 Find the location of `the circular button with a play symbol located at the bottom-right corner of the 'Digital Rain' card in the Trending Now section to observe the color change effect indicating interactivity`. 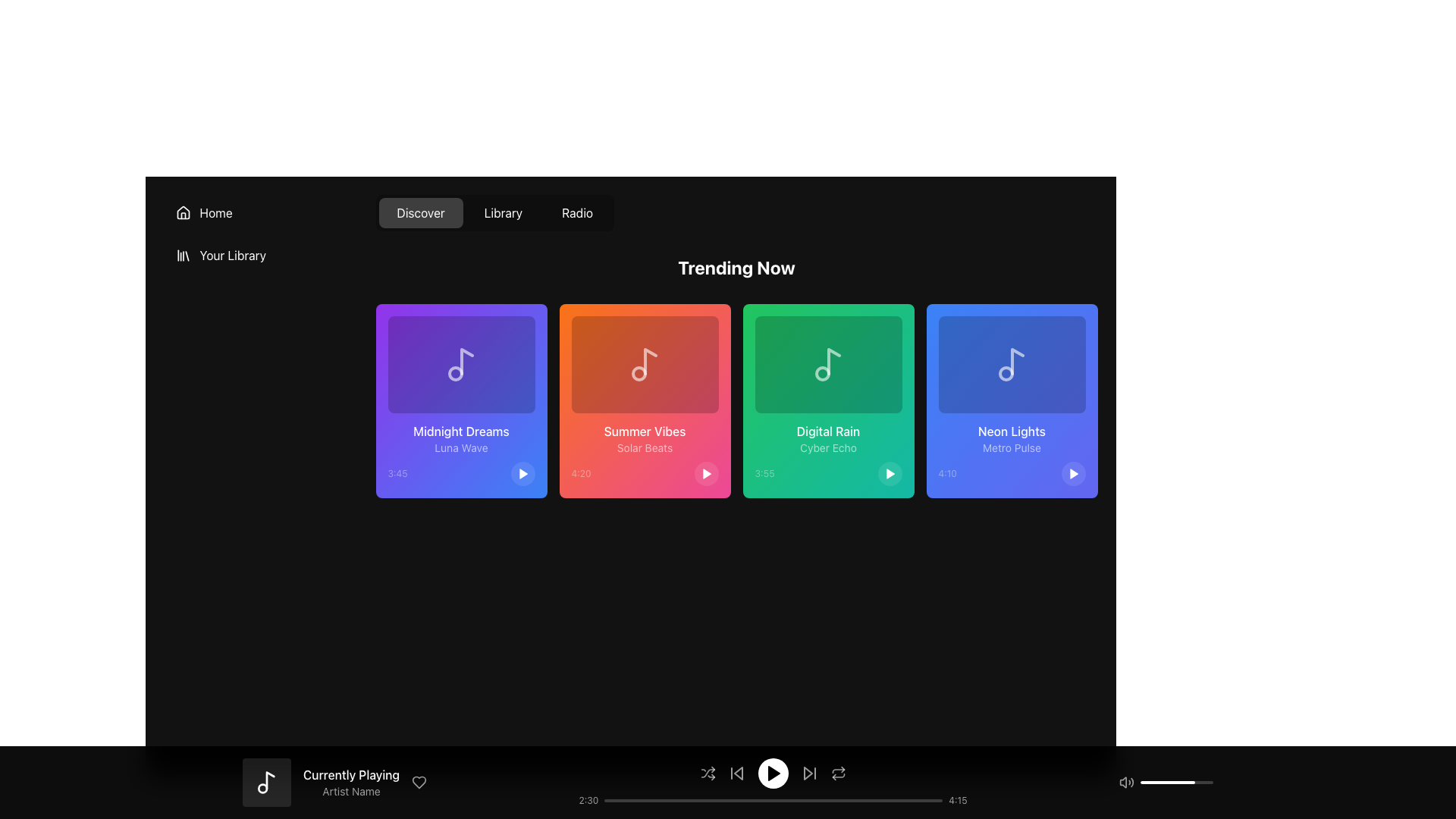

the circular button with a play symbol located at the bottom-right corner of the 'Digital Rain' card in the Trending Now section to observe the color change effect indicating interactivity is located at coordinates (890, 472).